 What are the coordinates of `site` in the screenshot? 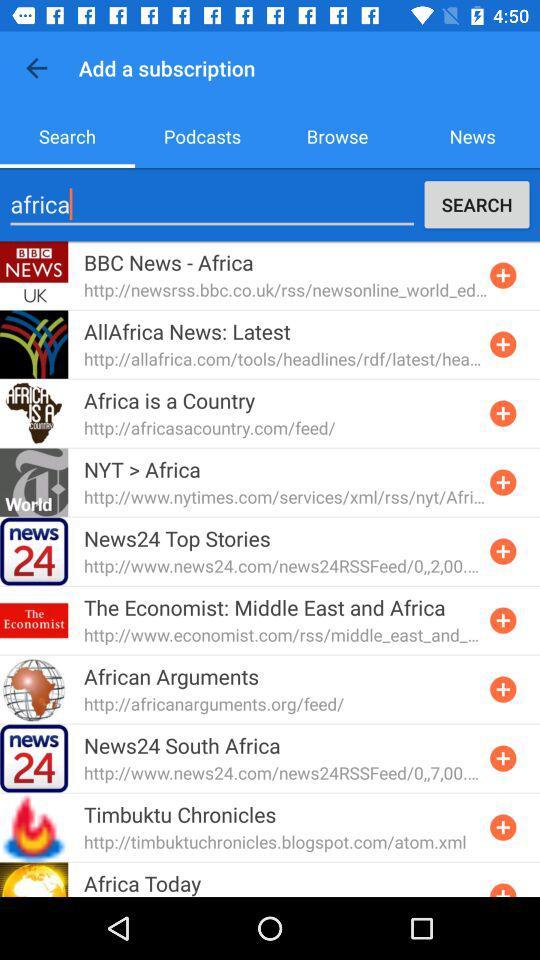 It's located at (502, 551).